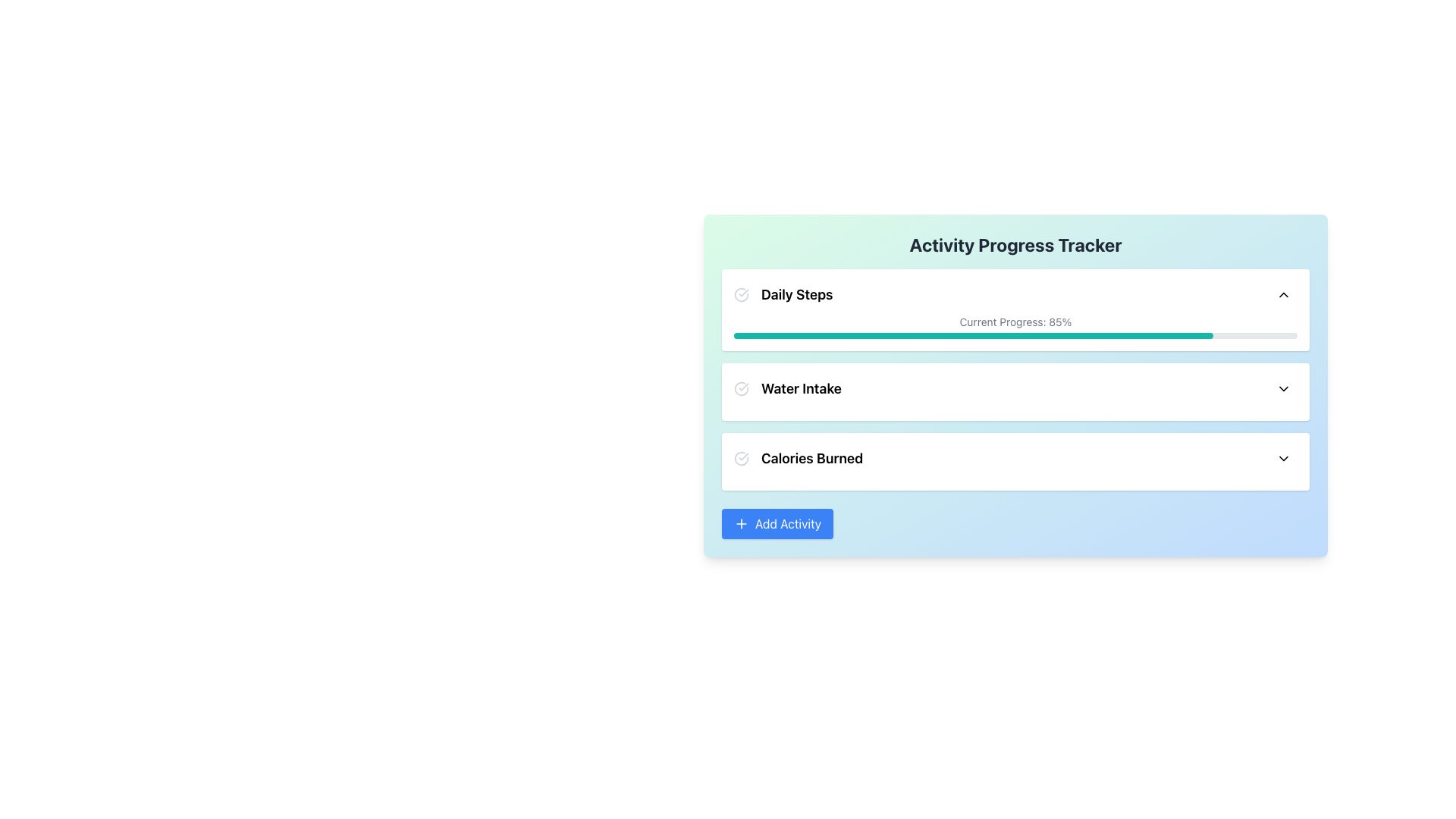  What do you see at coordinates (742, 458) in the screenshot?
I see `the status icon located to the left of the 'Calories Burned' text to interact with it` at bounding box center [742, 458].